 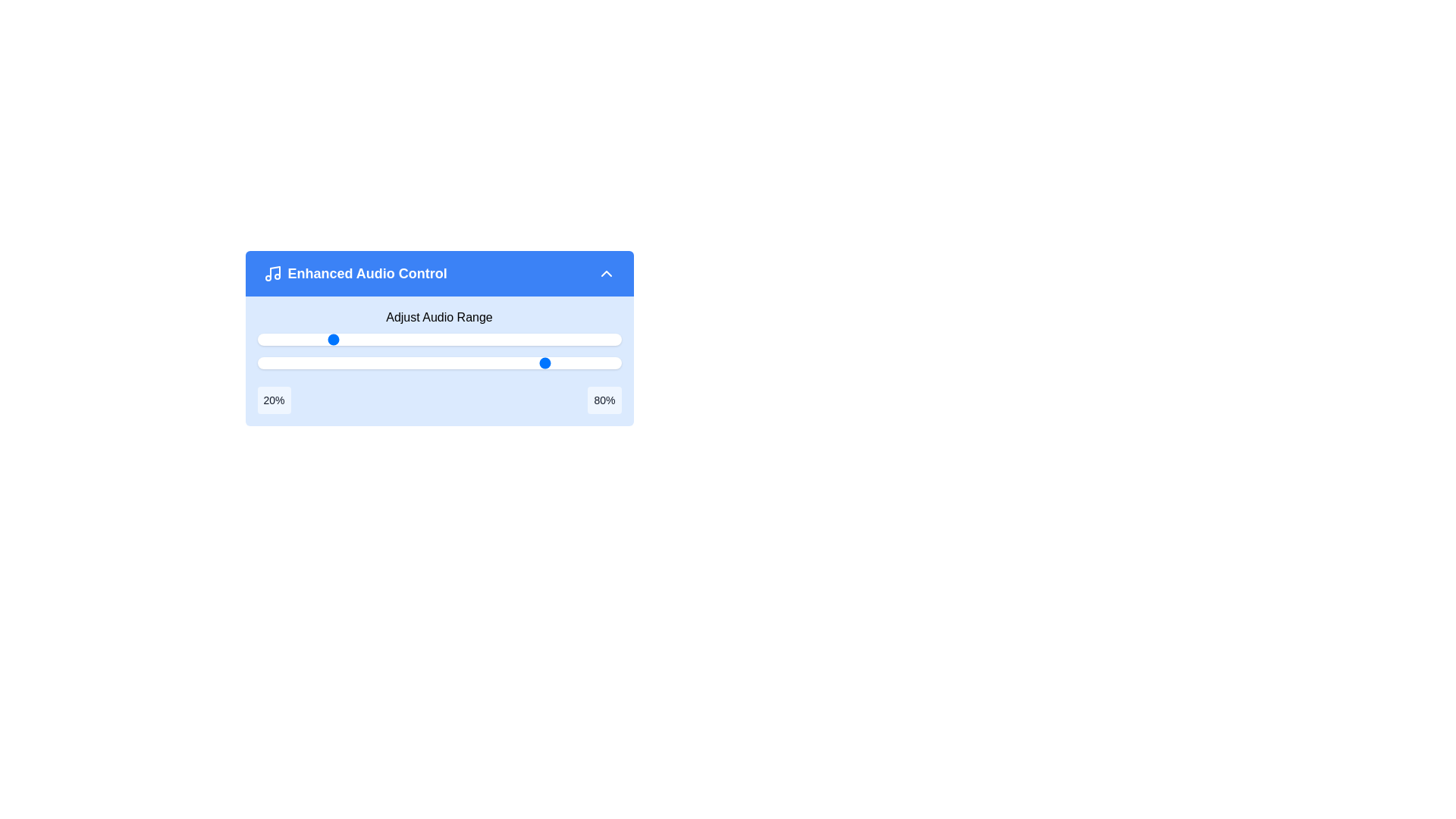 I want to click on the slider value, so click(x=333, y=338).